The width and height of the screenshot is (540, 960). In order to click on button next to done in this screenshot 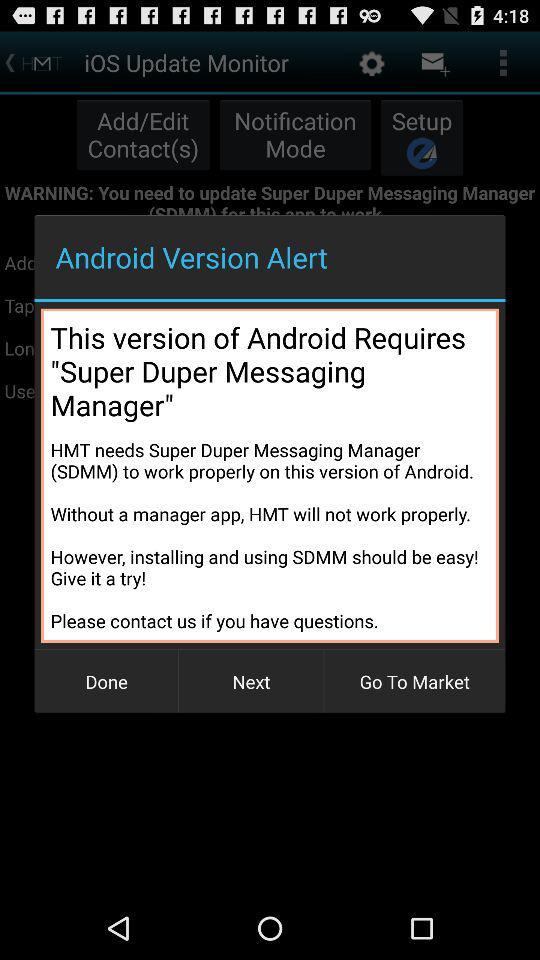, I will do `click(251, 681)`.